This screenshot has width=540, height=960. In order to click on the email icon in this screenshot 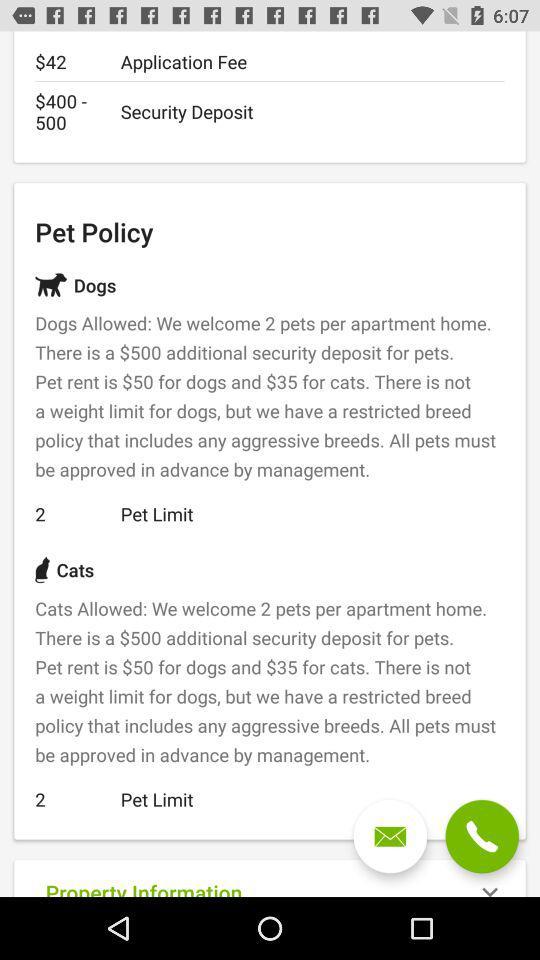, I will do `click(390, 836)`.